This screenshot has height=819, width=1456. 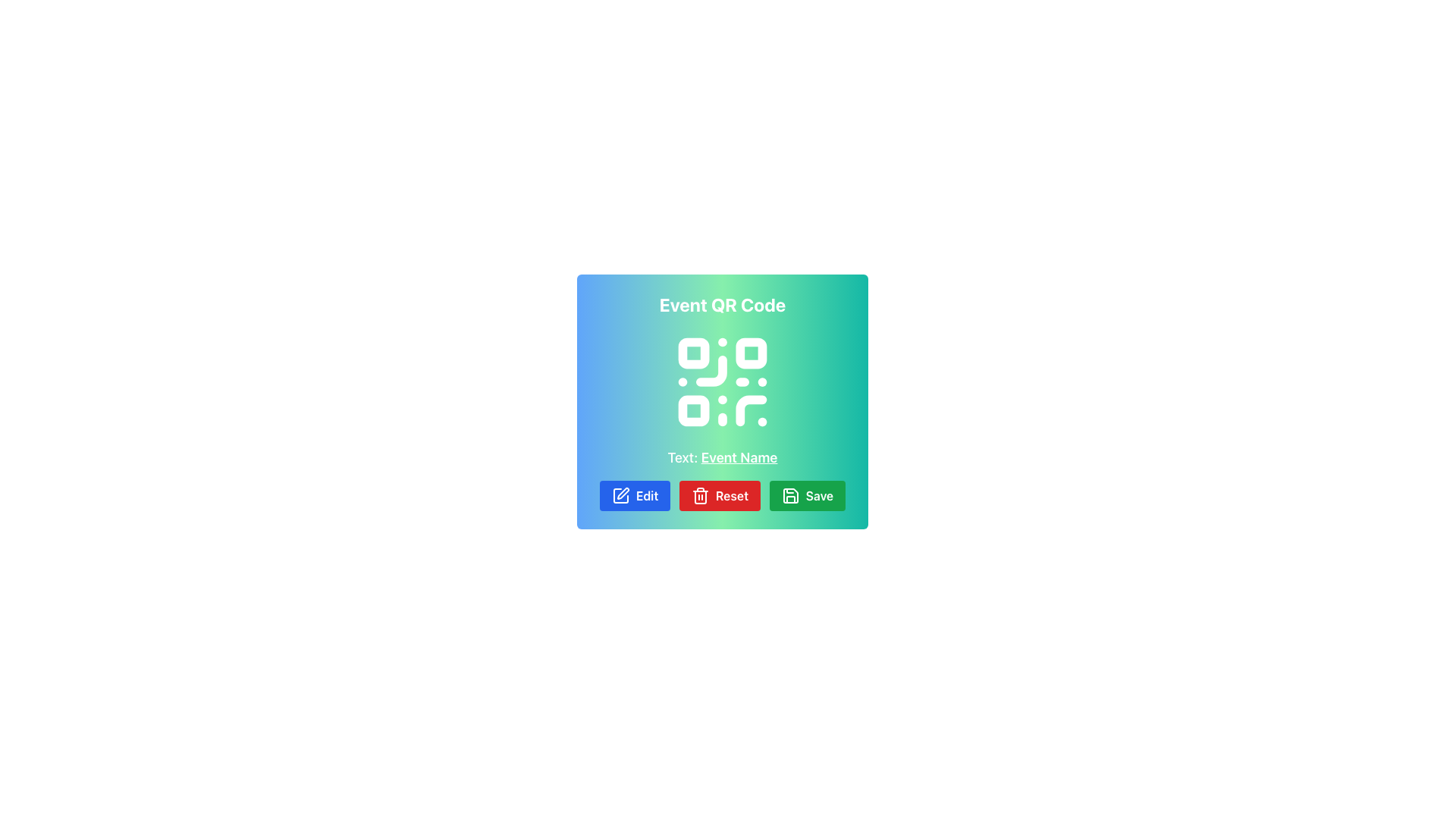 What do you see at coordinates (623, 494) in the screenshot?
I see `the pen icon, which symbolizes editing, located in the left section of the small icon group above the buttons labeled 'Edit', 'Reset', and 'Save'` at bounding box center [623, 494].